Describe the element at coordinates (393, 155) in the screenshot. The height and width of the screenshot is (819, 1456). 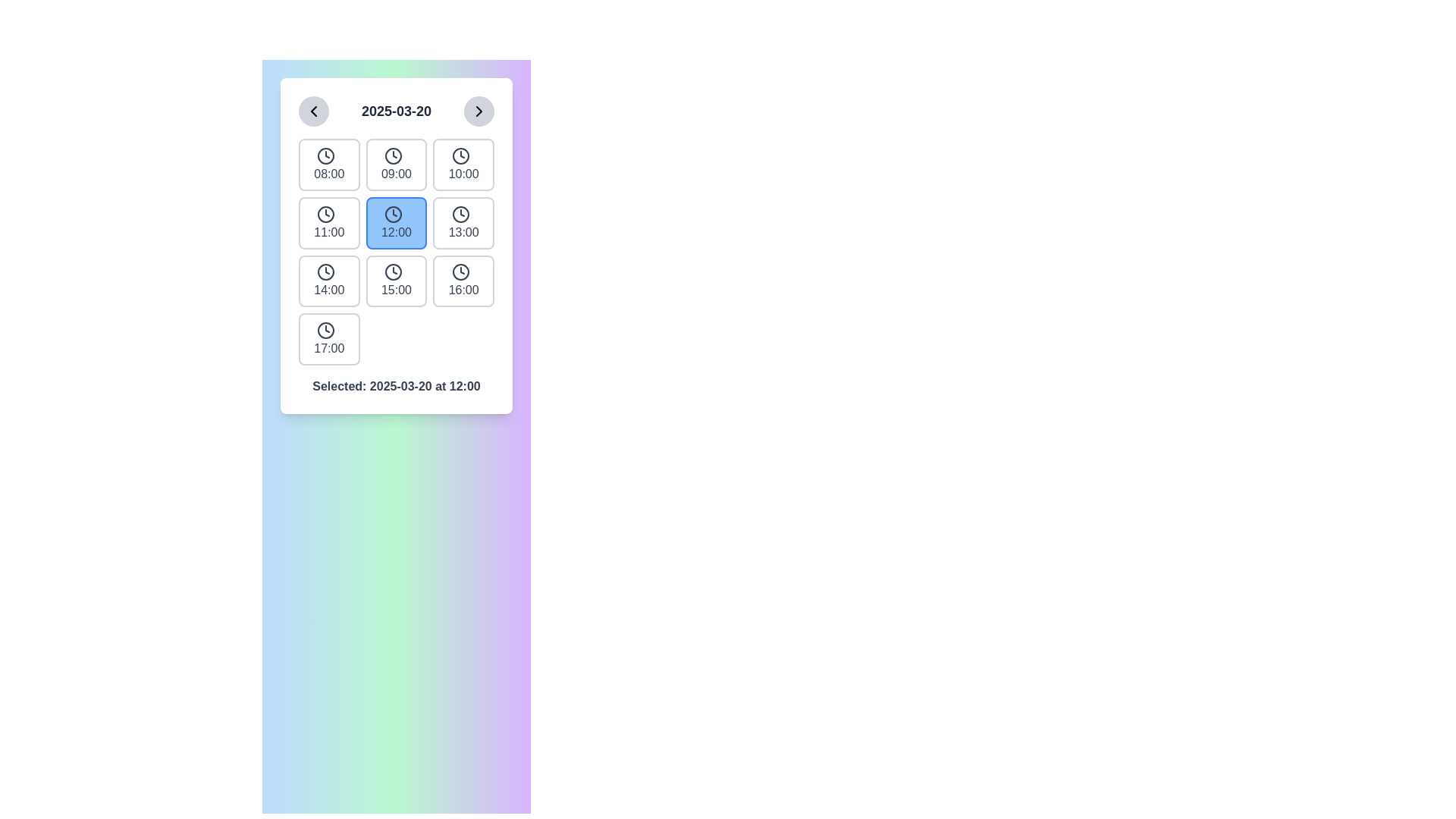
I see `the clock icon representing the time 09:00, located in the top row, middle column of the time selection grid` at that location.